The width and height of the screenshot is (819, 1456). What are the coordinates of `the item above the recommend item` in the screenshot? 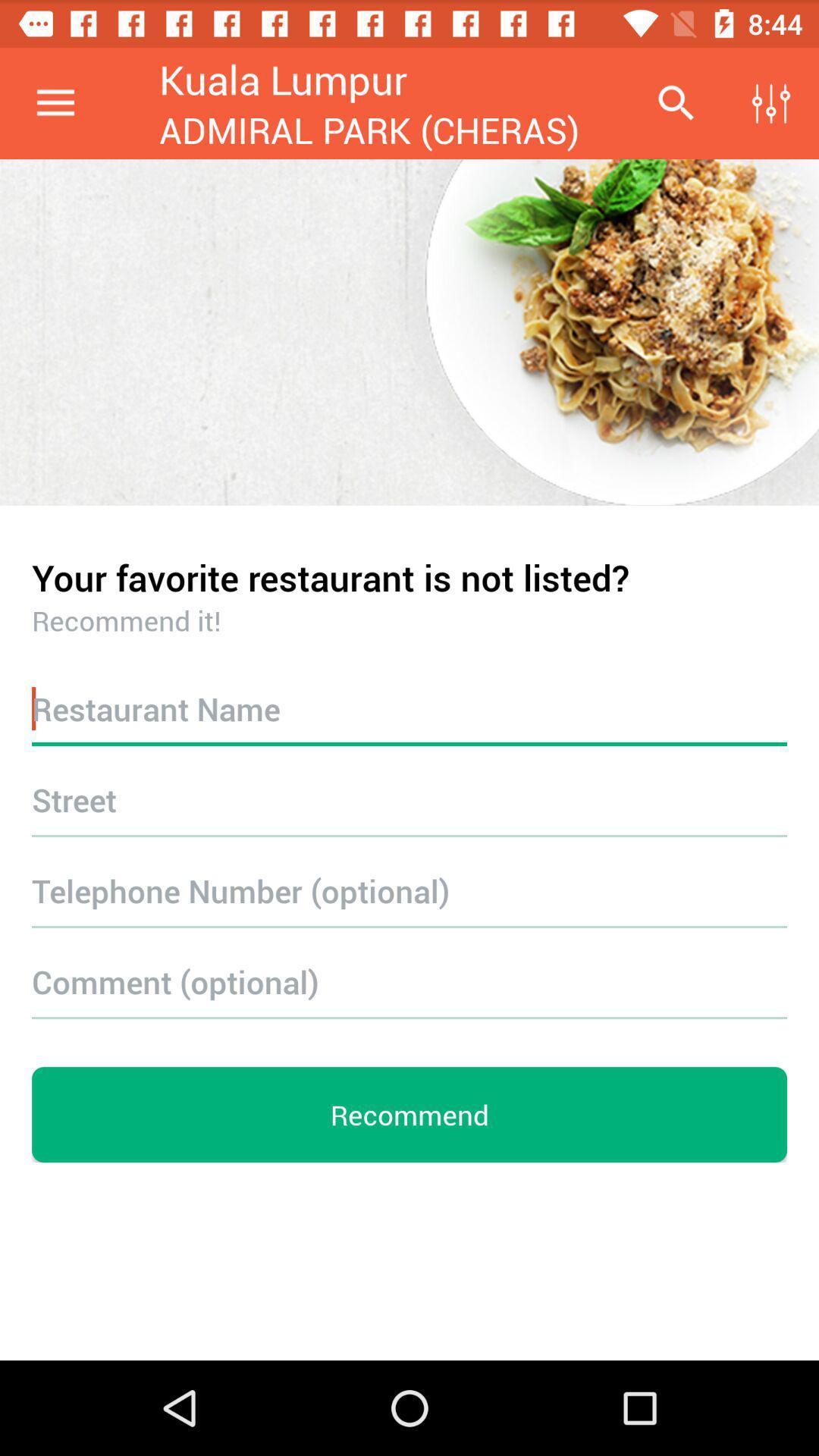 It's located at (409, 981).